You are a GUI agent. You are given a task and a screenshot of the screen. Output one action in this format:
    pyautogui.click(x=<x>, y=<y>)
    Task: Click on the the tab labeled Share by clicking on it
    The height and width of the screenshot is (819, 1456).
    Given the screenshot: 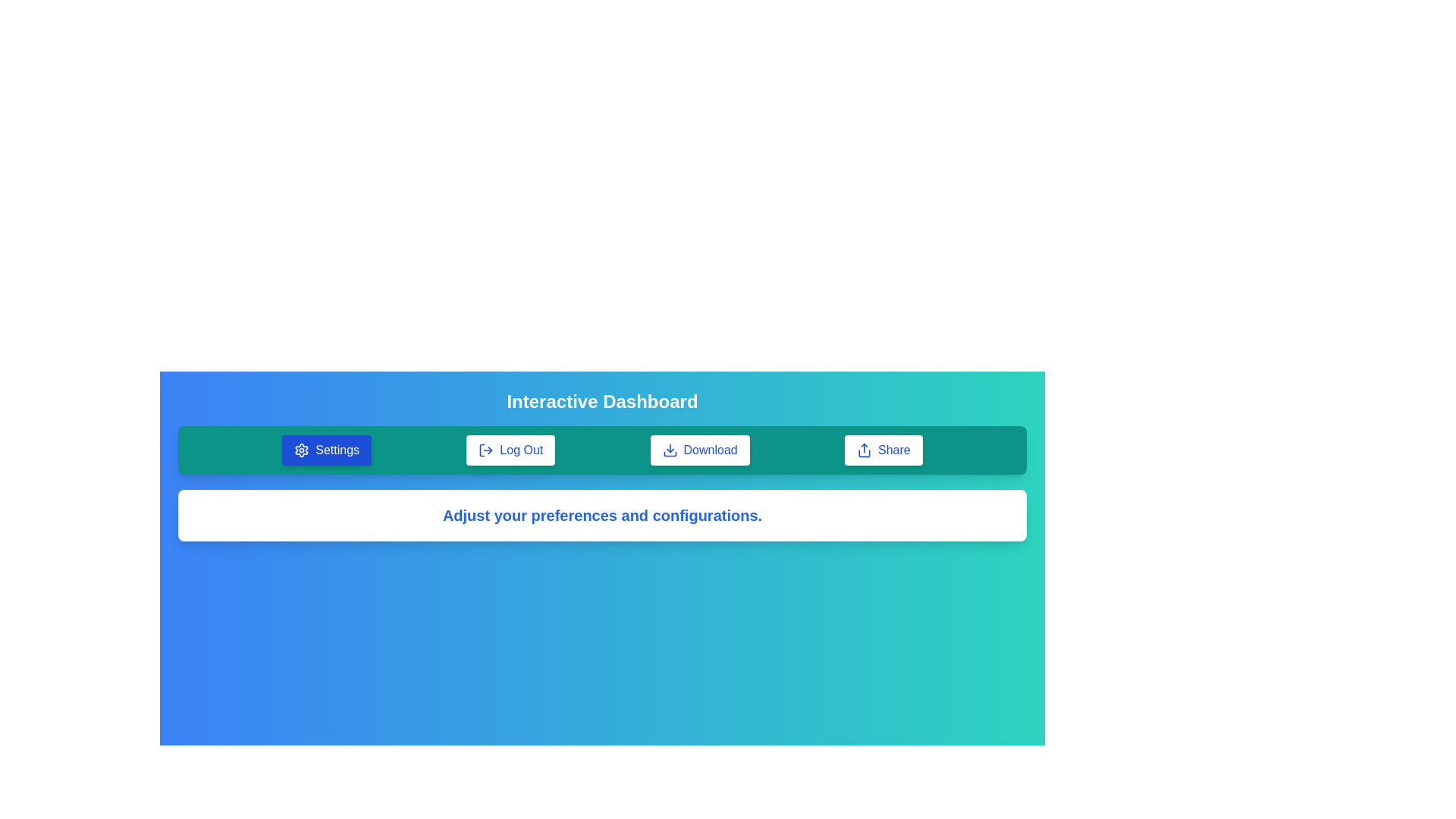 What is the action you would take?
    pyautogui.click(x=883, y=450)
    